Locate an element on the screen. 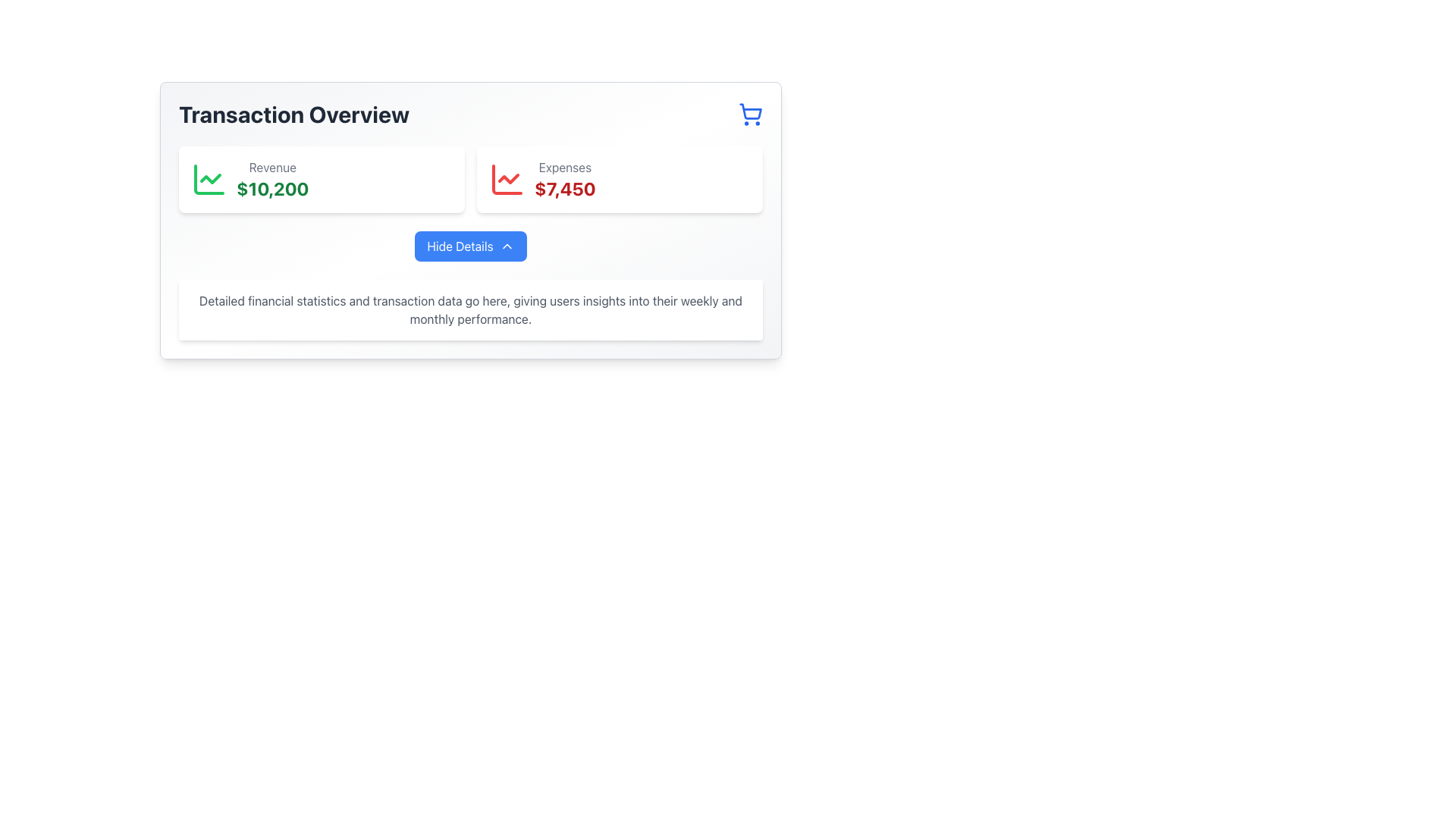 The height and width of the screenshot is (819, 1456). the revenue growth icon located in the revenue section of the 'Transaction Overview' card, positioned to the left of the '$10,200' text and above the 'Revenue' label is located at coordinates (210, 177).